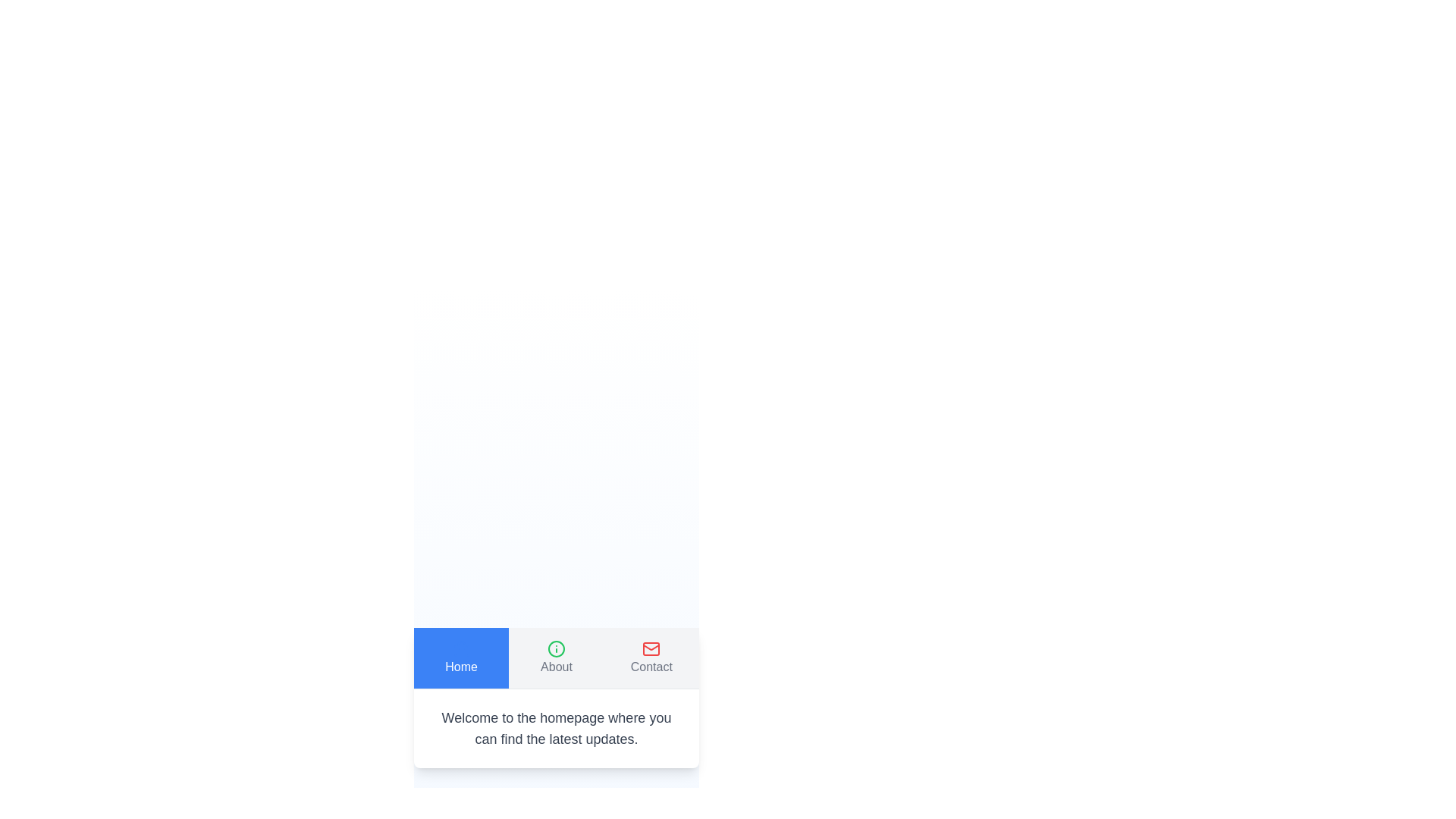 The image size is (1456, 819). Describe the element at coordinates (556, 657) in the screenshot. I see `the About tab to view its content` at that location.